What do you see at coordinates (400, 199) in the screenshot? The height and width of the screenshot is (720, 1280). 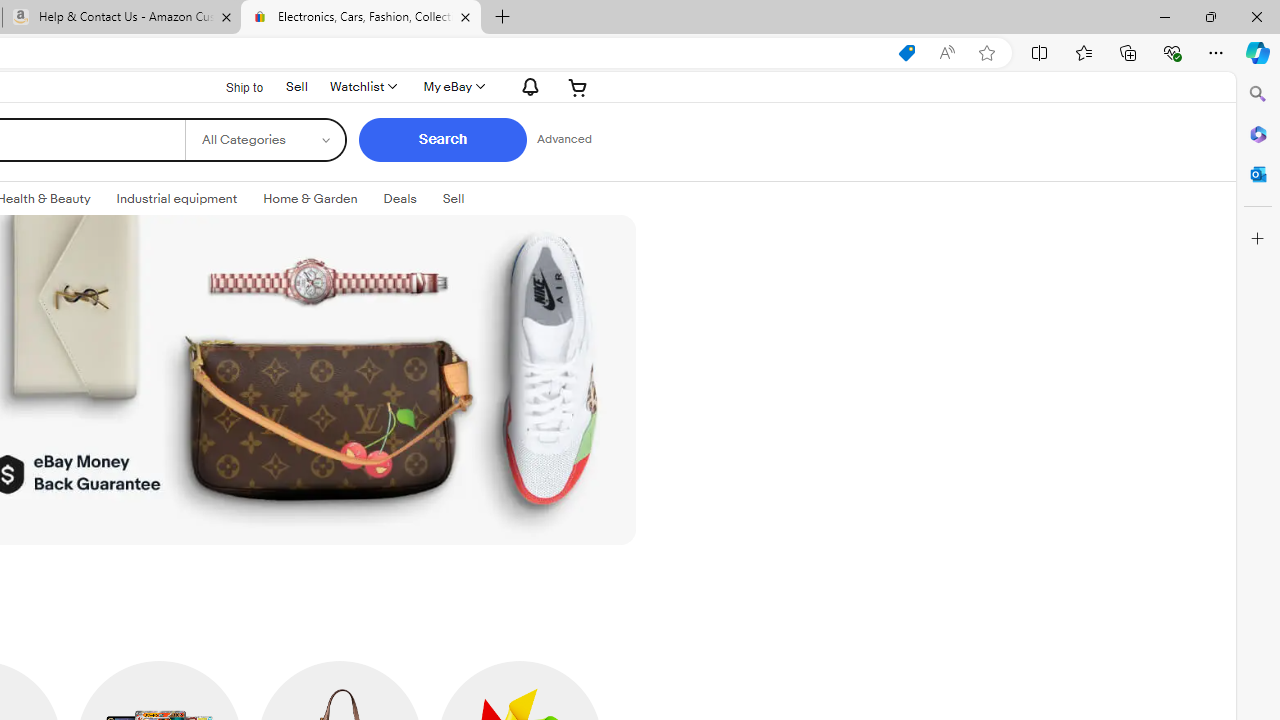 I see `'Deals'` at bounding box center [400, 199].